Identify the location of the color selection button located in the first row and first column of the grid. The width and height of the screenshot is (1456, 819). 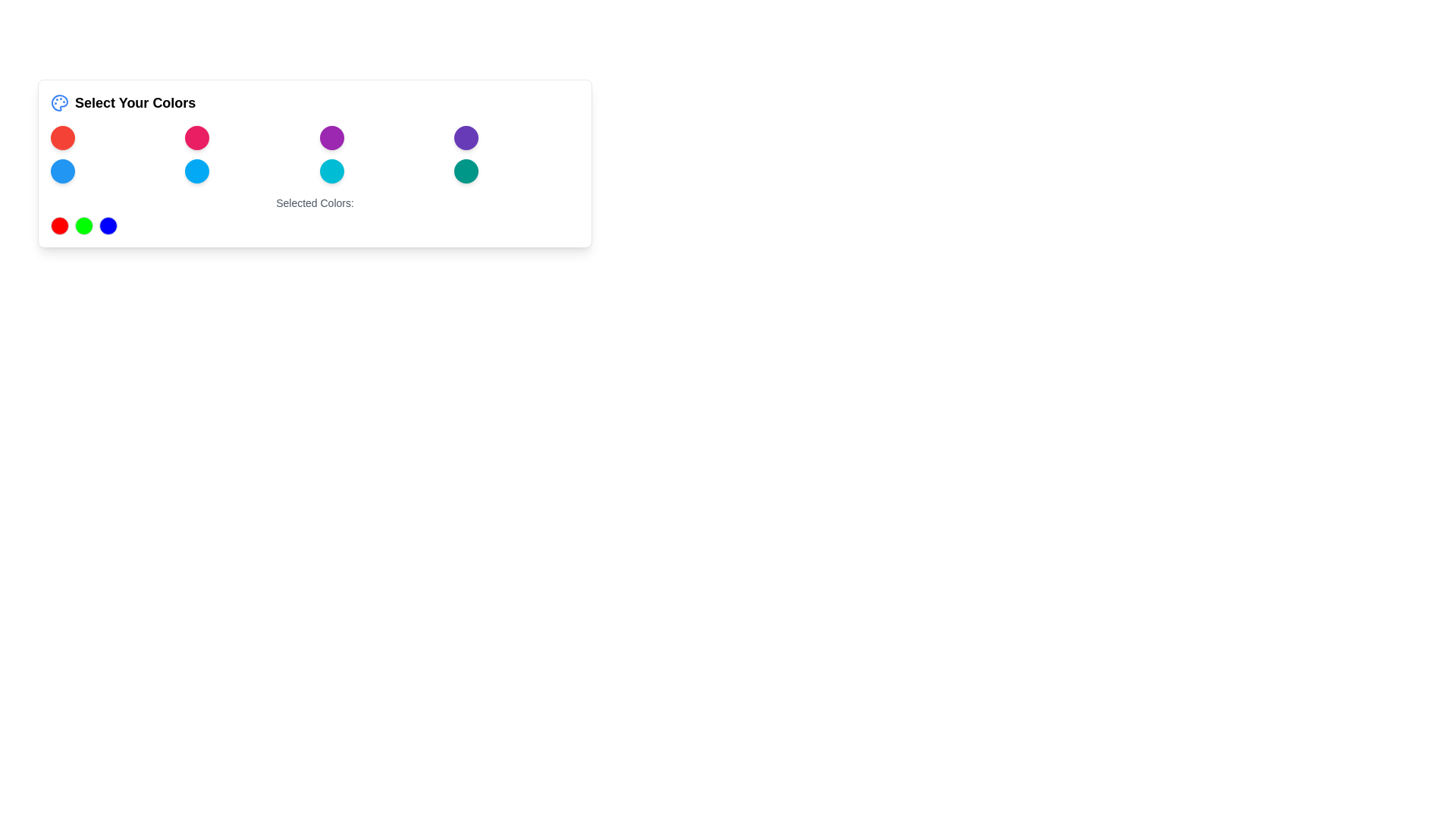
(61, 137).